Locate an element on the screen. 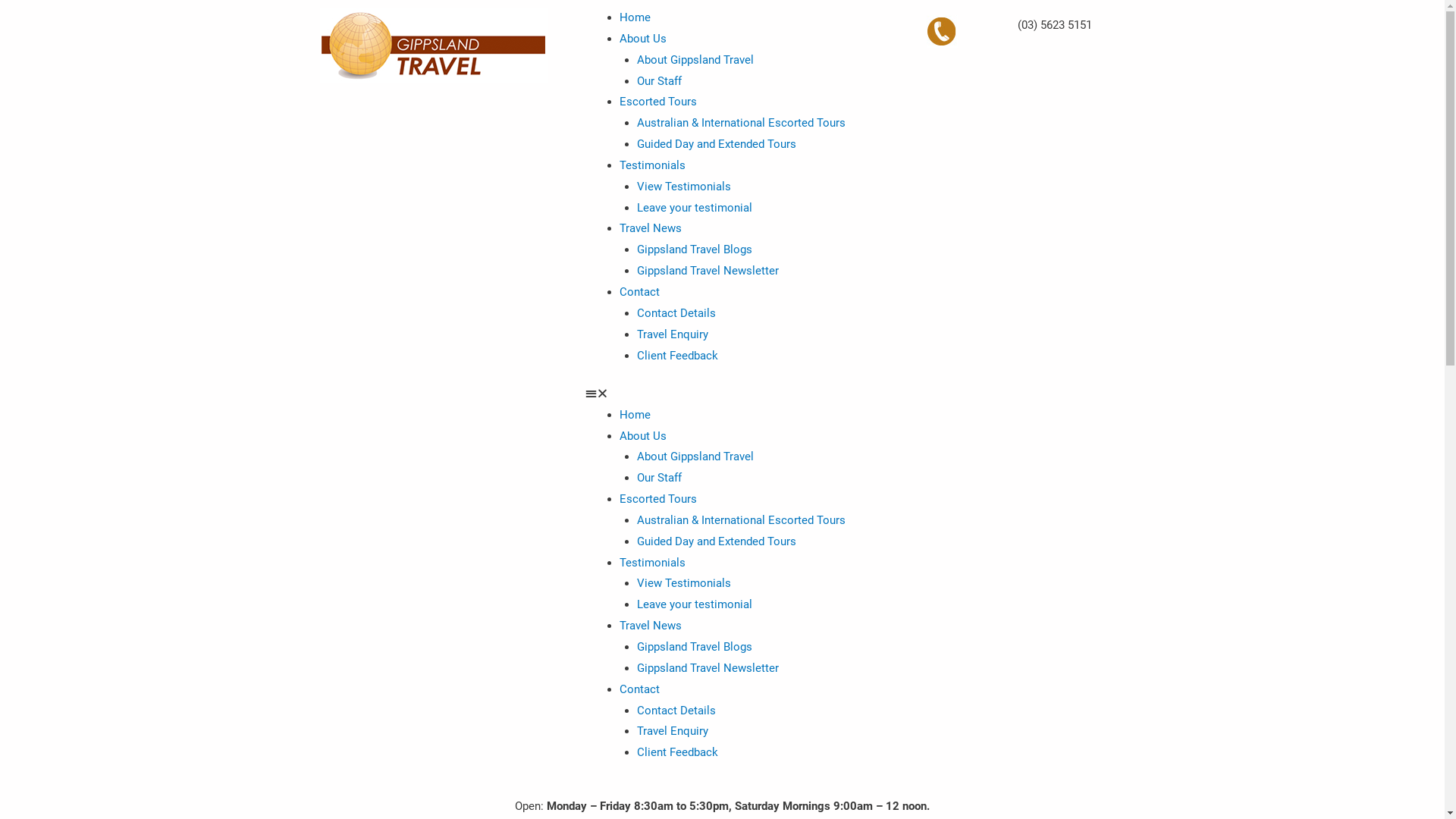 The width and height of the screenshot is (1456, 819). 'View Testimonials' is located at coordinates (683, 582).